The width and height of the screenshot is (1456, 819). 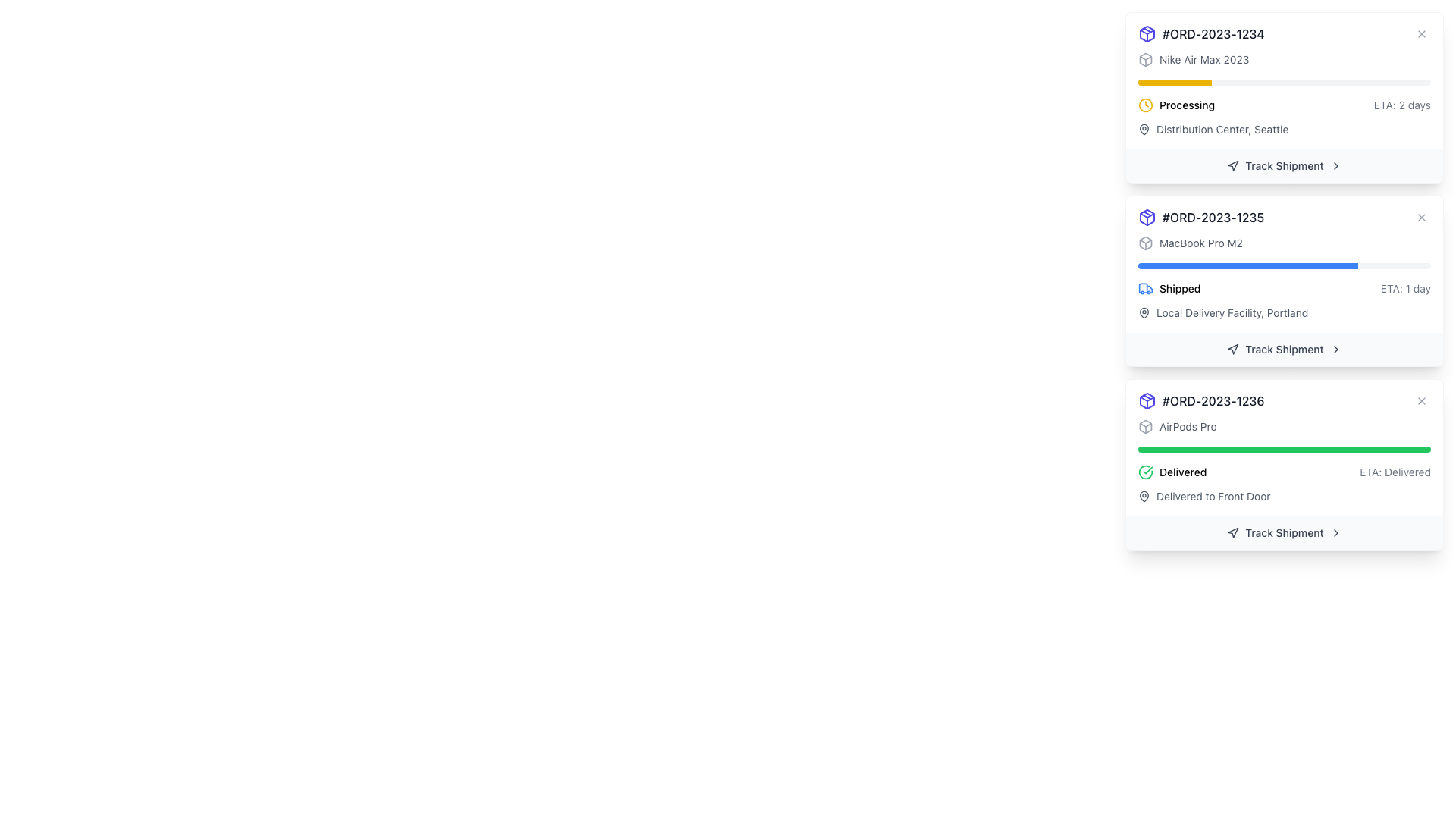 What do you see at coordinates (1421, 217) in the screenshot?
I see `the close button located at the top-right corner of the order card '#ORD-2023-1235' to observe hover effects` at bounding box center [1421, 217].